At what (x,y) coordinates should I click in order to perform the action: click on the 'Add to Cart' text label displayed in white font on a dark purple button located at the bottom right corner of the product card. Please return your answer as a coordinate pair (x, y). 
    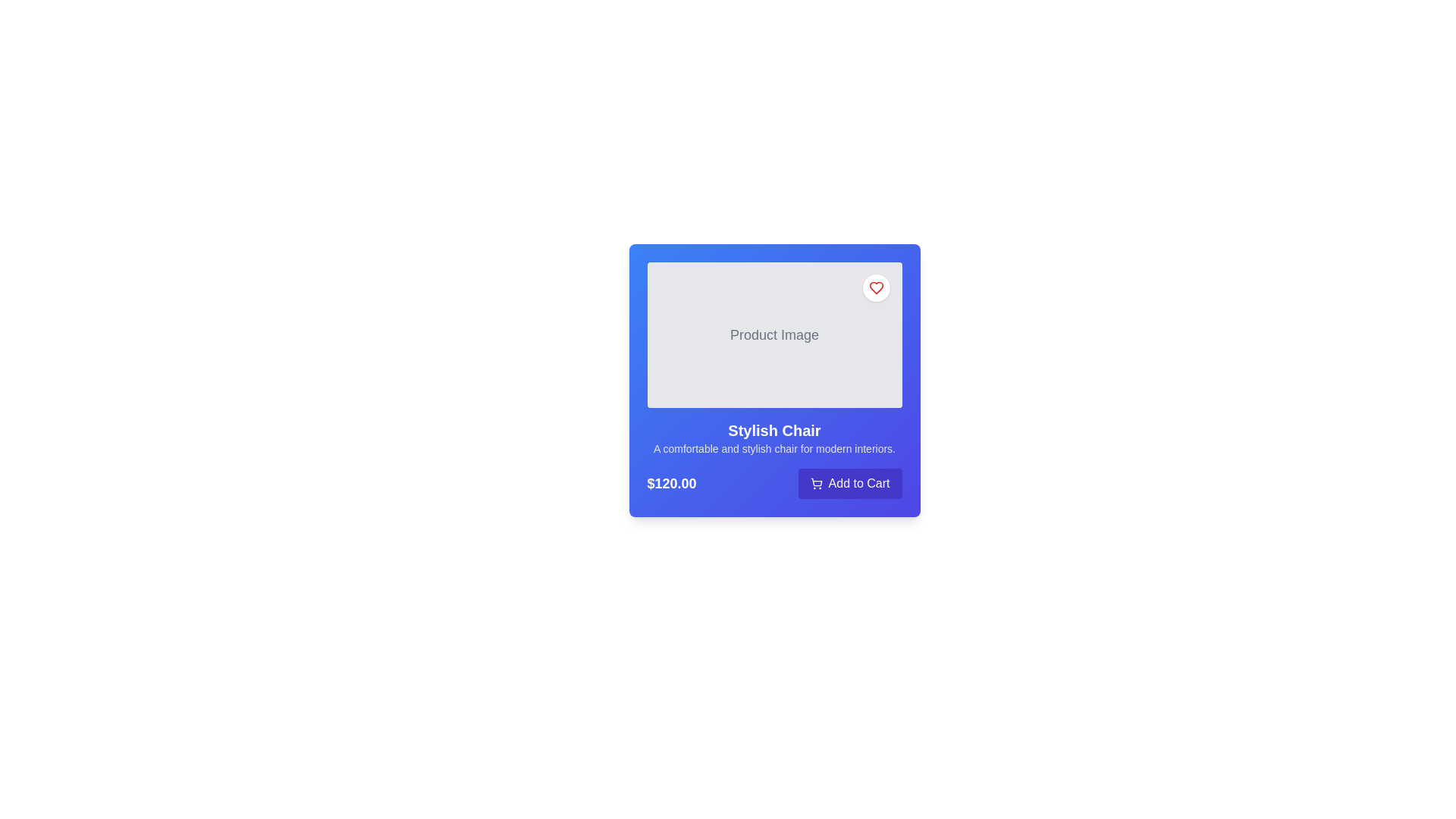
    Looking at the image, I should click on (858, 483).